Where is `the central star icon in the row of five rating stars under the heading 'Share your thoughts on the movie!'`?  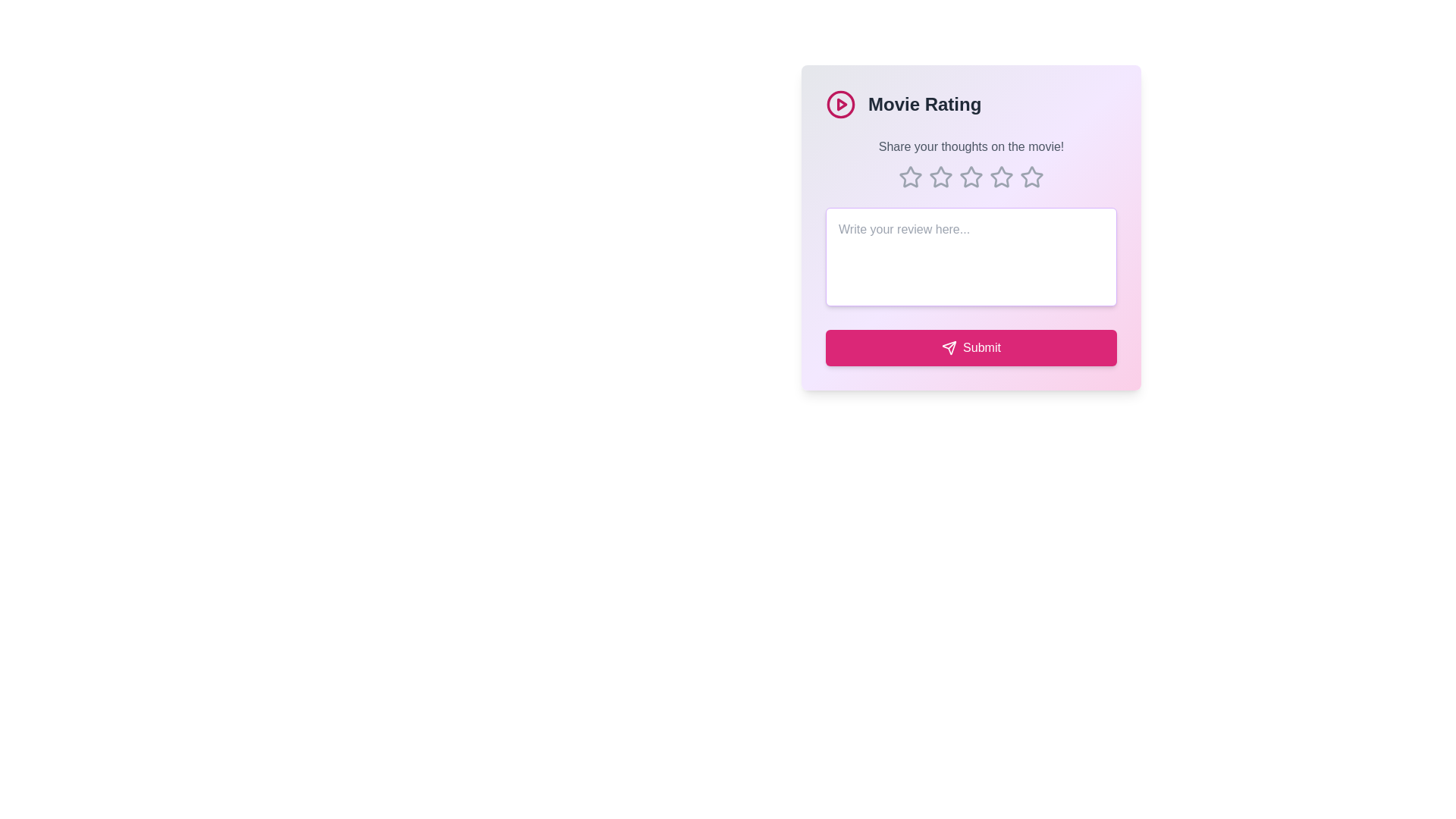 the central star icon in the row of five rating stars under the heading 'Share your thoughts on the movie!' is located at coordinates (971, 177).